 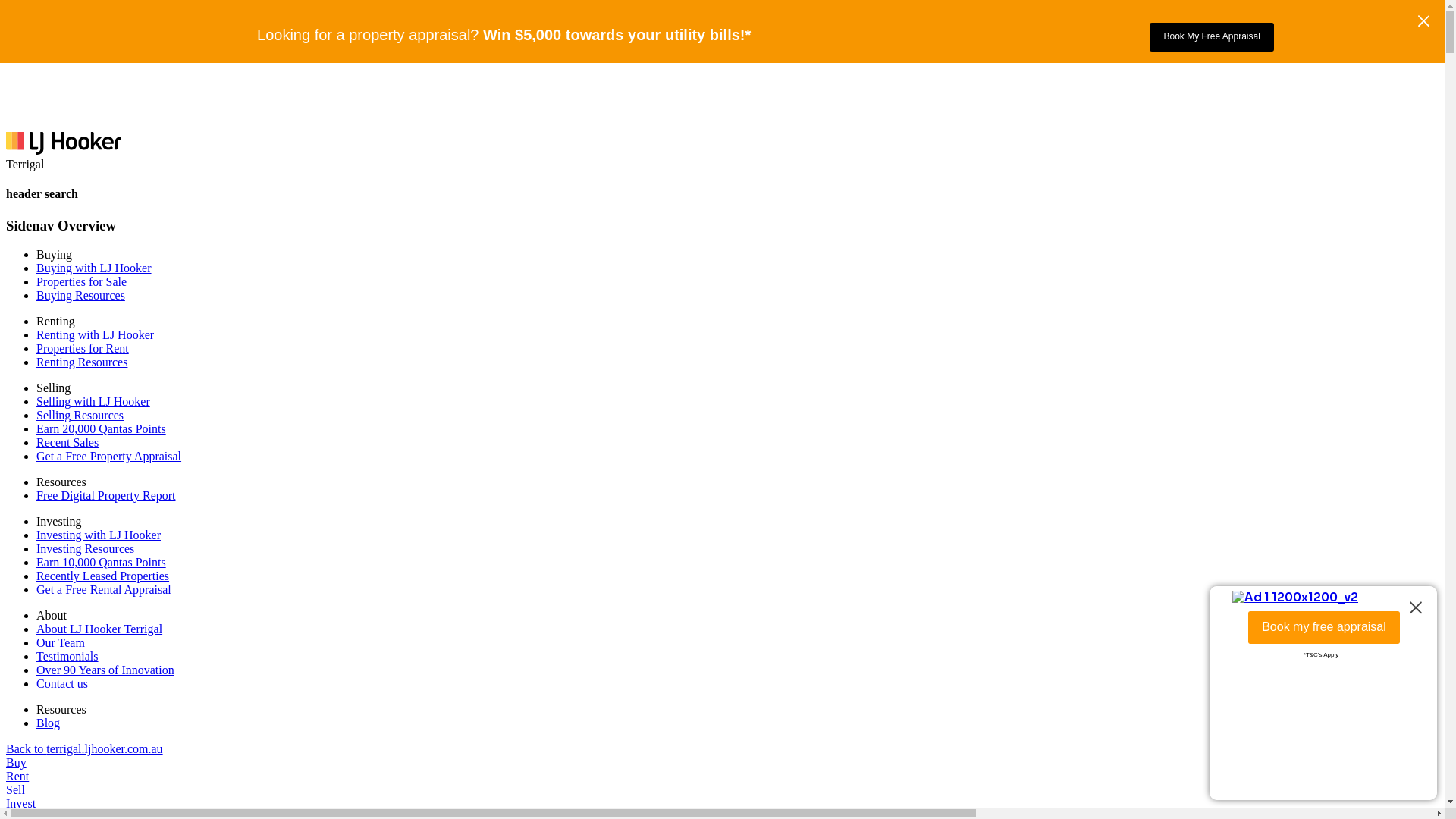 I want to click on 'Testimonials', so click(x=67, y=655).